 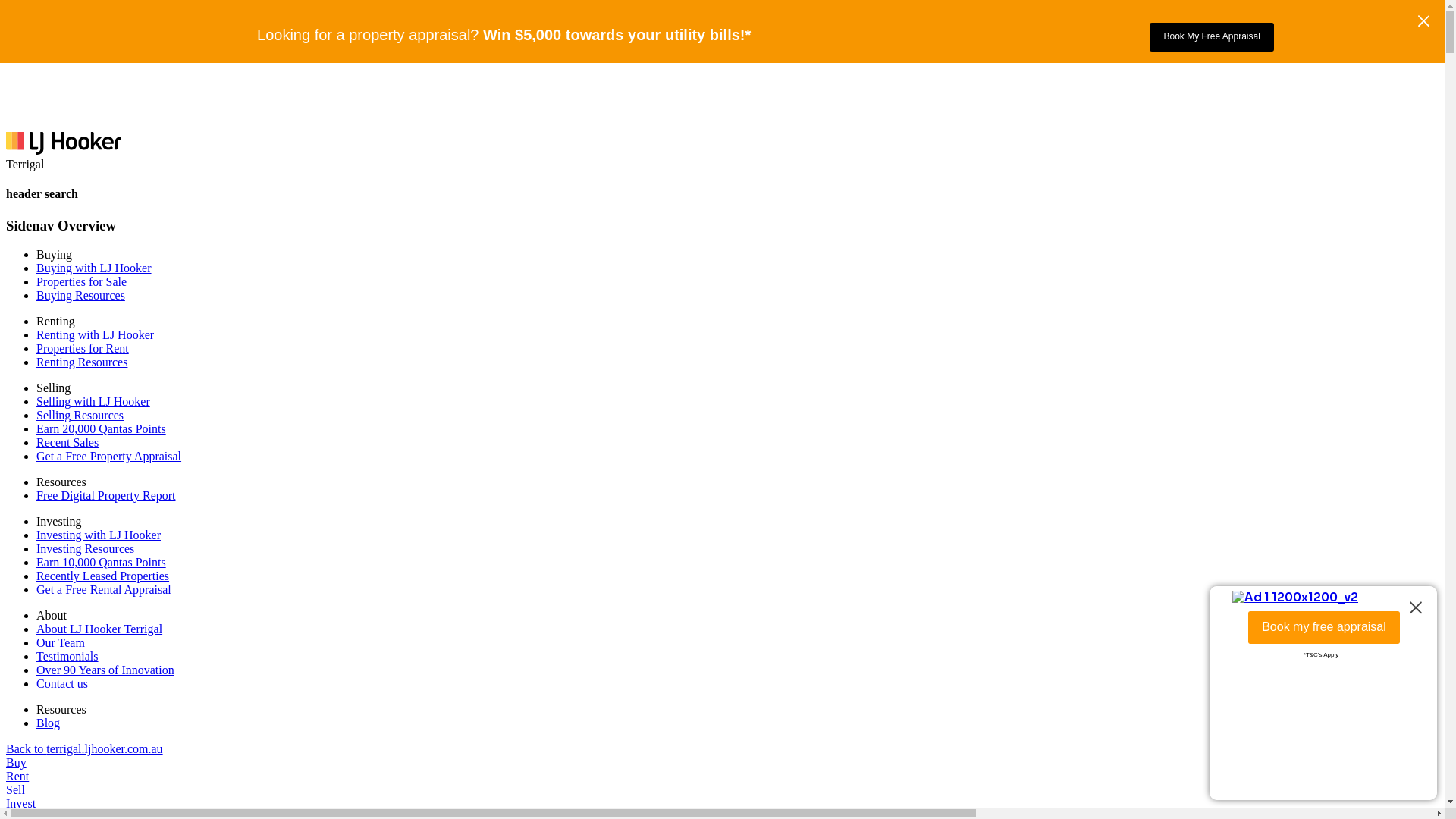 I want to click on 'Testimonials', so click(x=67, y=655).